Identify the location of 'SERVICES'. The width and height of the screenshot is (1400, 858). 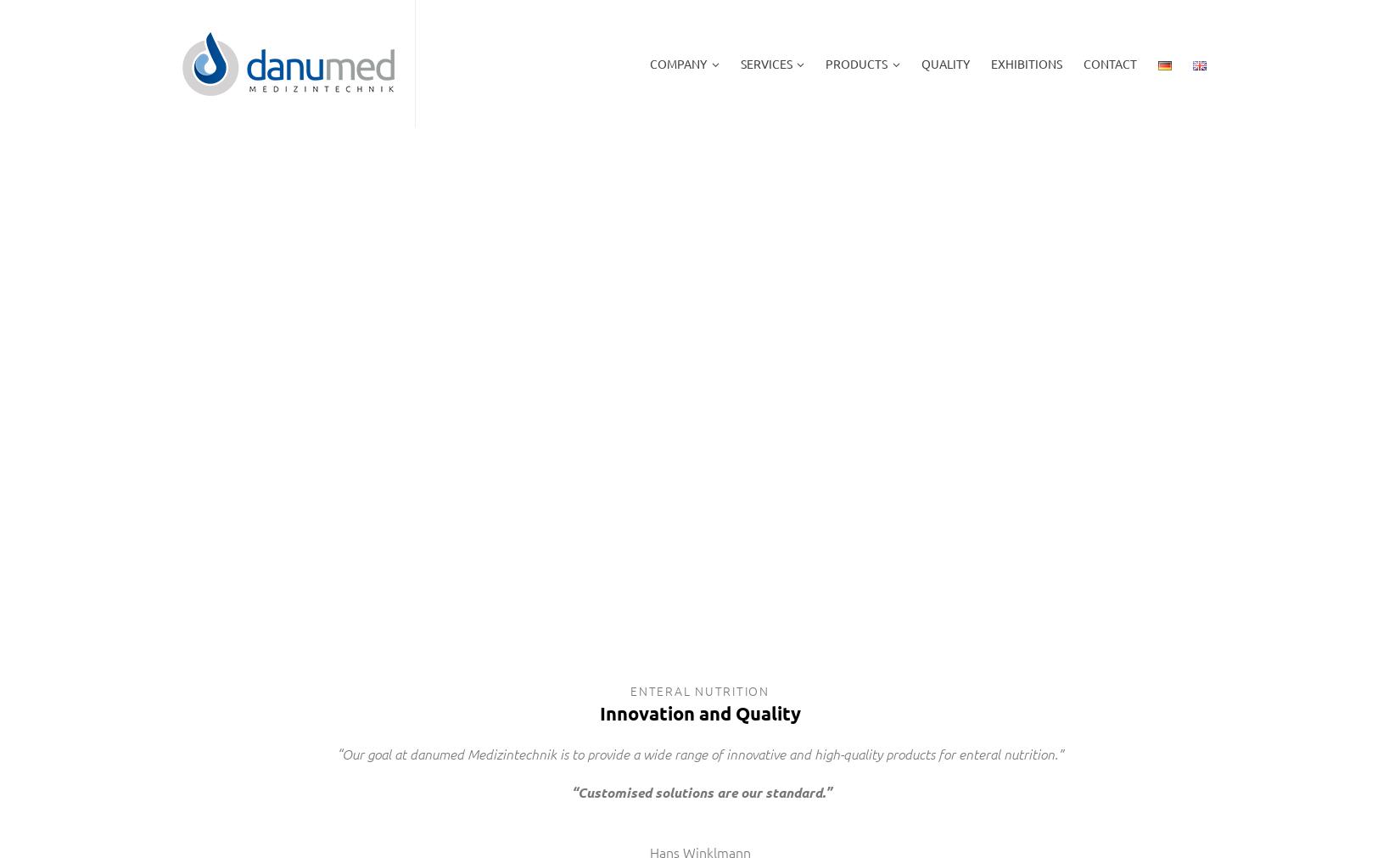
(740, 63).